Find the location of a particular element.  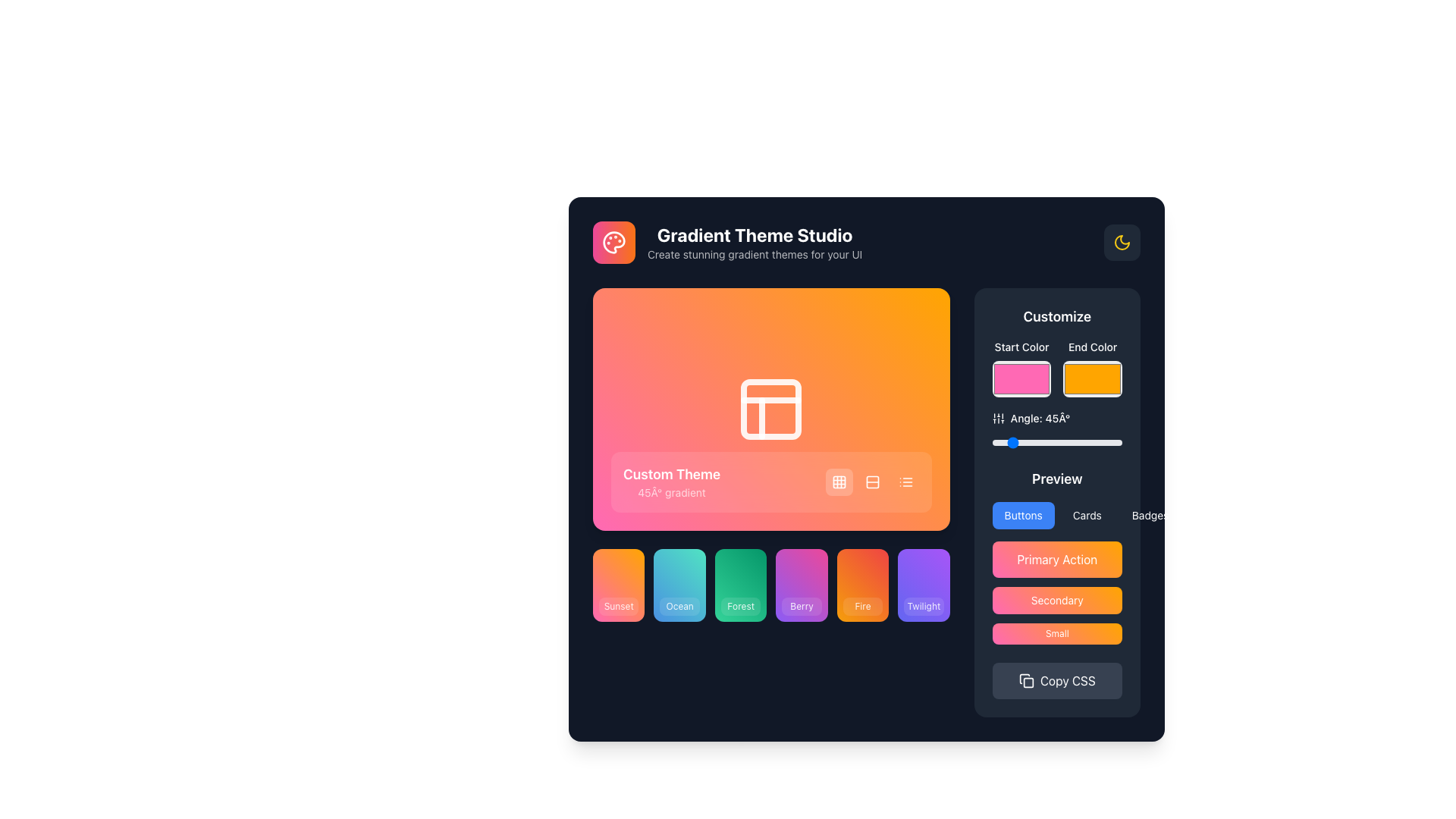

angle is located at coordinates (1068, 442).